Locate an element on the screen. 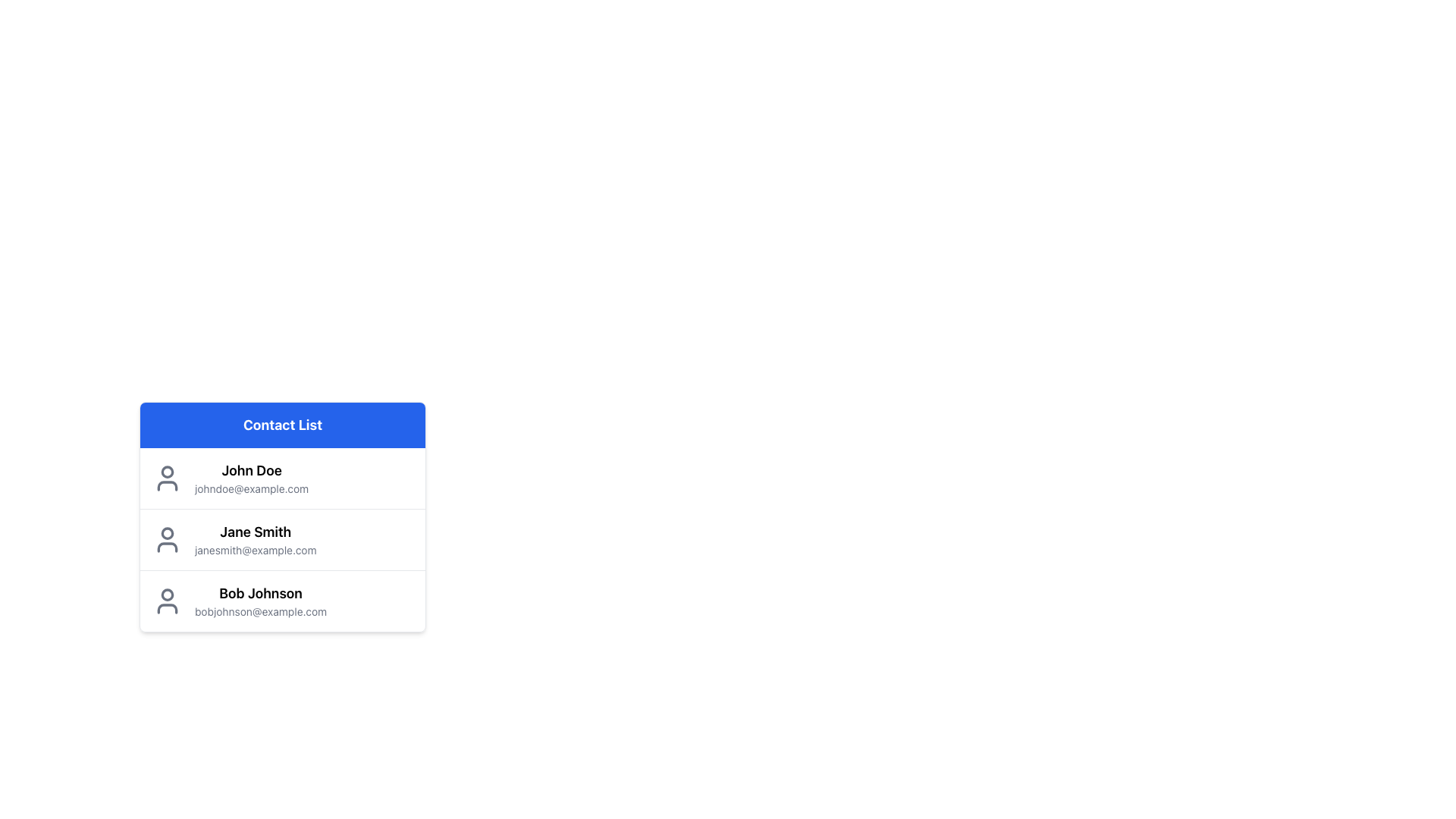  the second contact detail list item, which includes a profile icon and the name 'Jane Smith' is located at coordinates (283, 558).